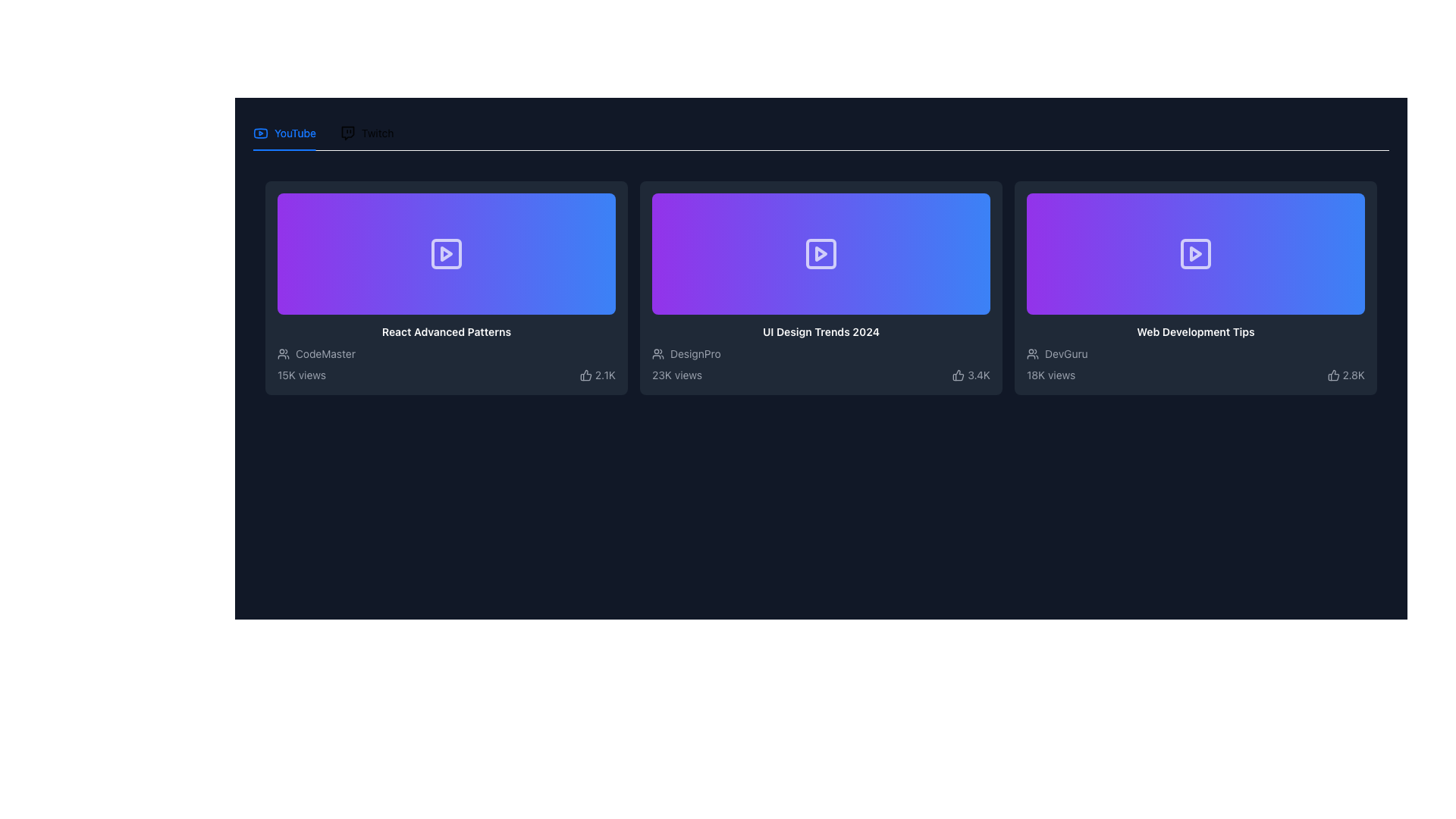 This screenshot has width=1456, height=819. I want to click on the group icon representing users, so click(284, 353).